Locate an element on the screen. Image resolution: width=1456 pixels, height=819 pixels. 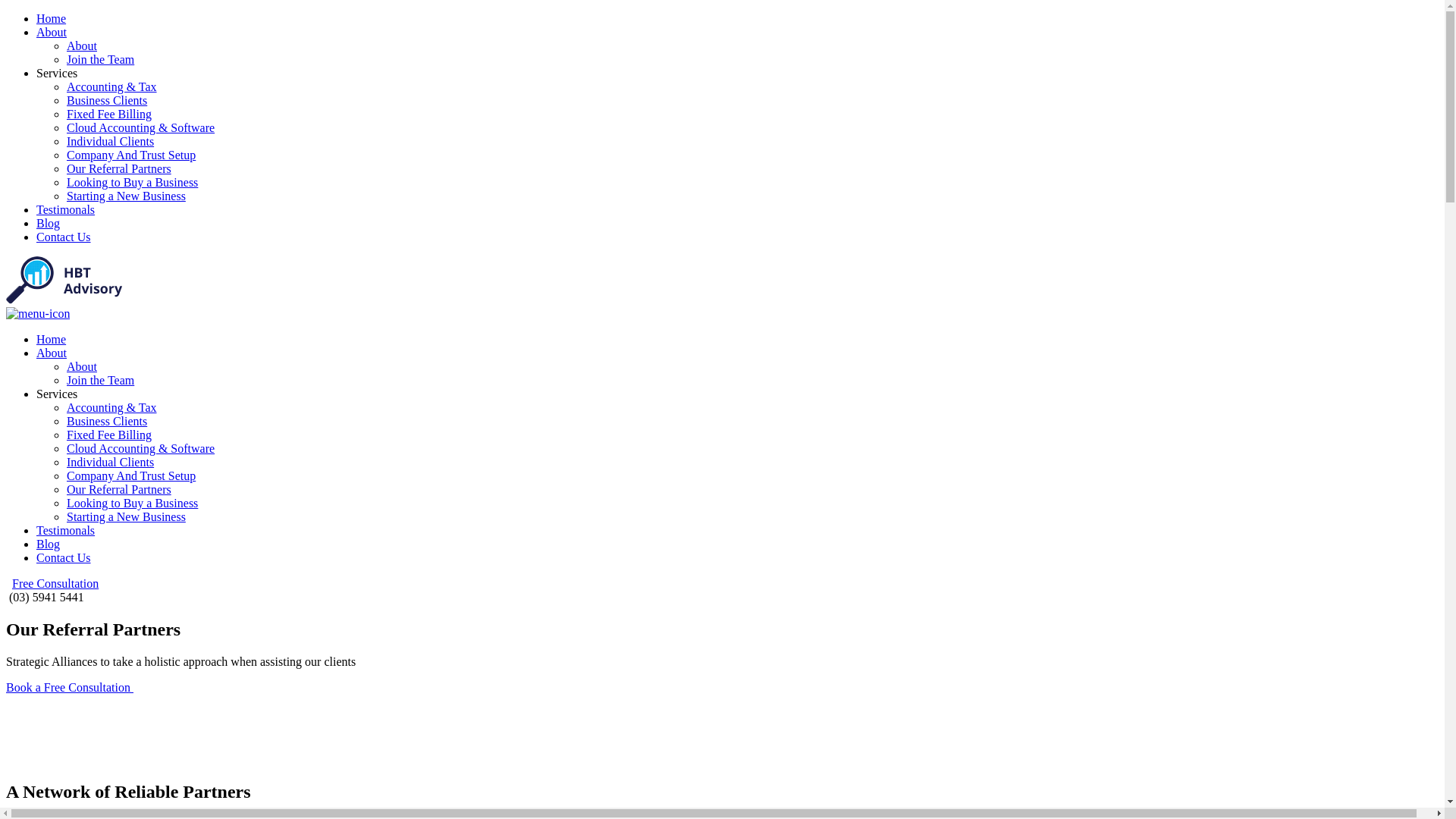
'About' is located at coordinates (51, 32).